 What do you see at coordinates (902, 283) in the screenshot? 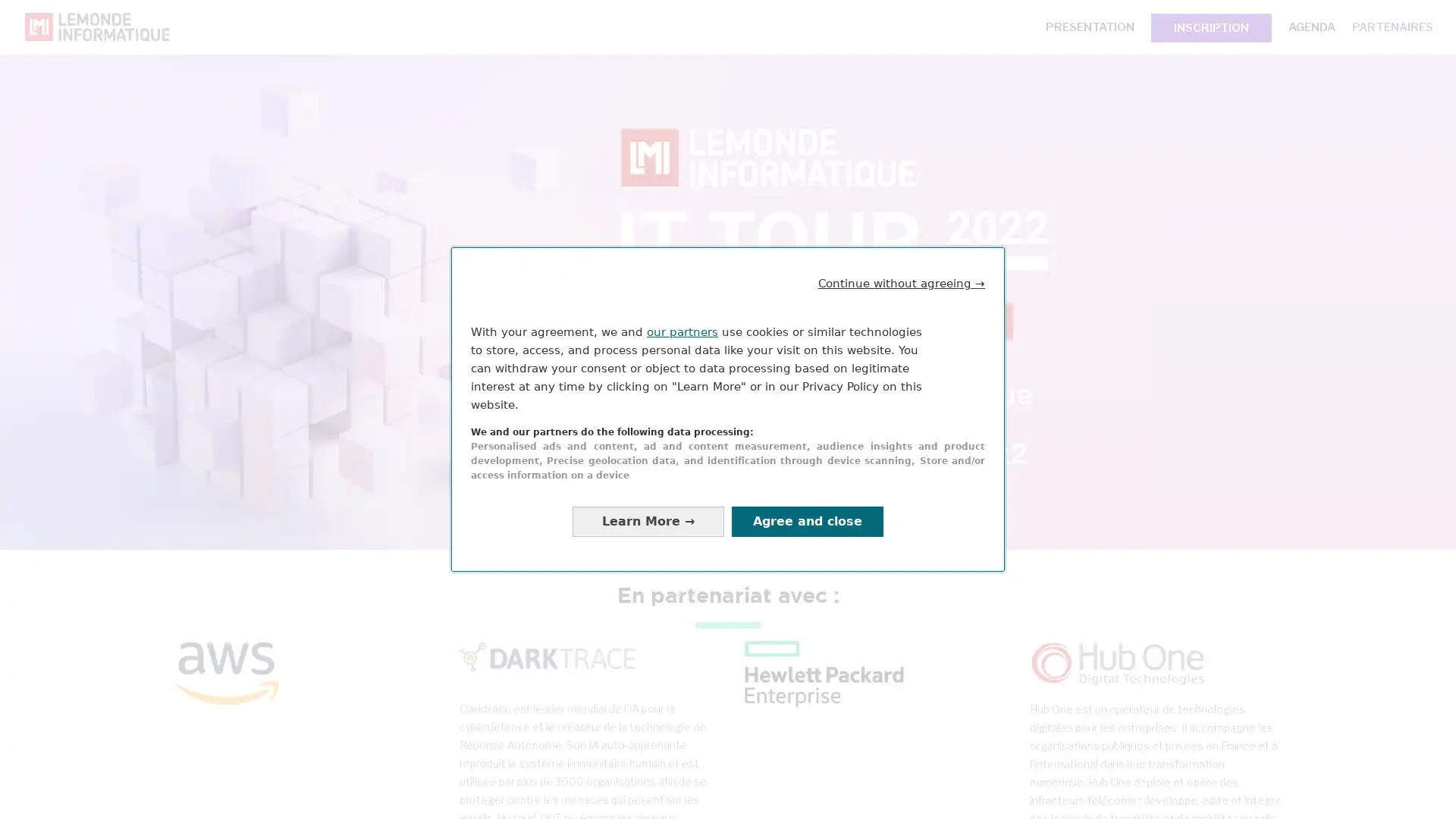
I see `Continue without agreeing` at bounding box center [902, 283].